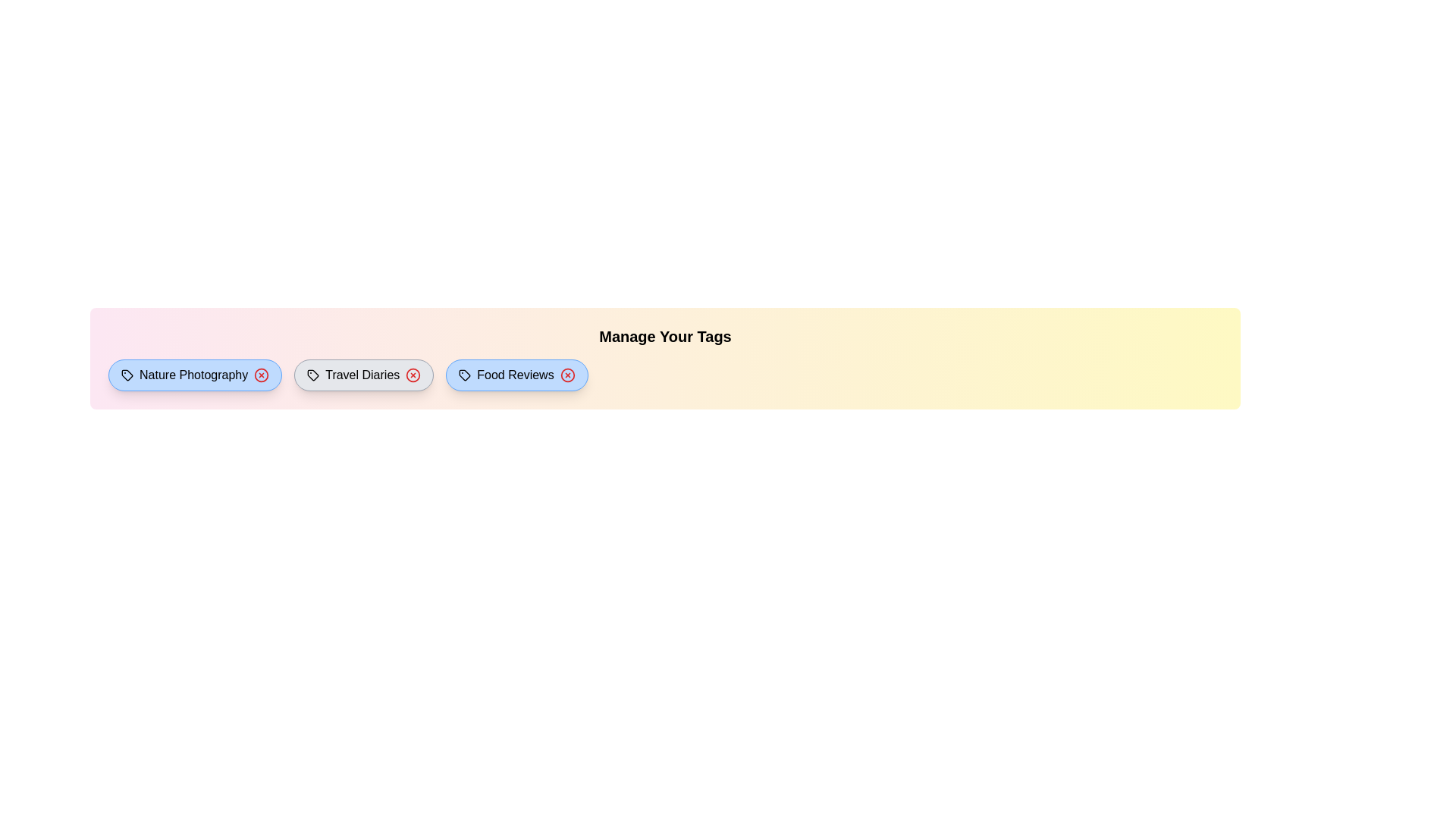 The height and width of the screenshot is (819, 1456). Describe the element at coordinates (194, 375) in the screenshot. I see `the tag labeled 'Nature Photography' by clicking on it` at that location.